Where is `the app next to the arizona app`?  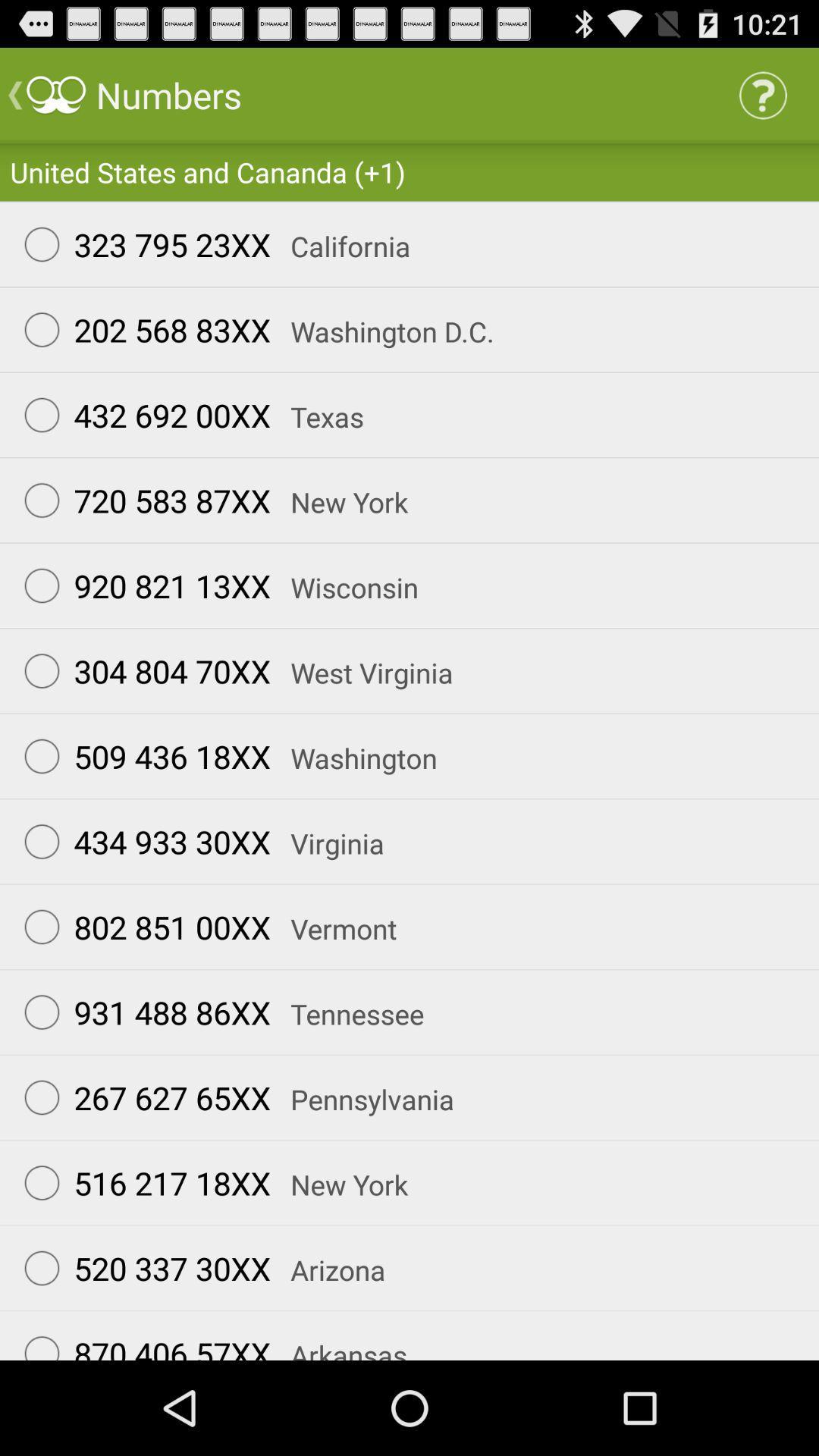 the app next to the arizona app is located at coordinates (140, 1268).